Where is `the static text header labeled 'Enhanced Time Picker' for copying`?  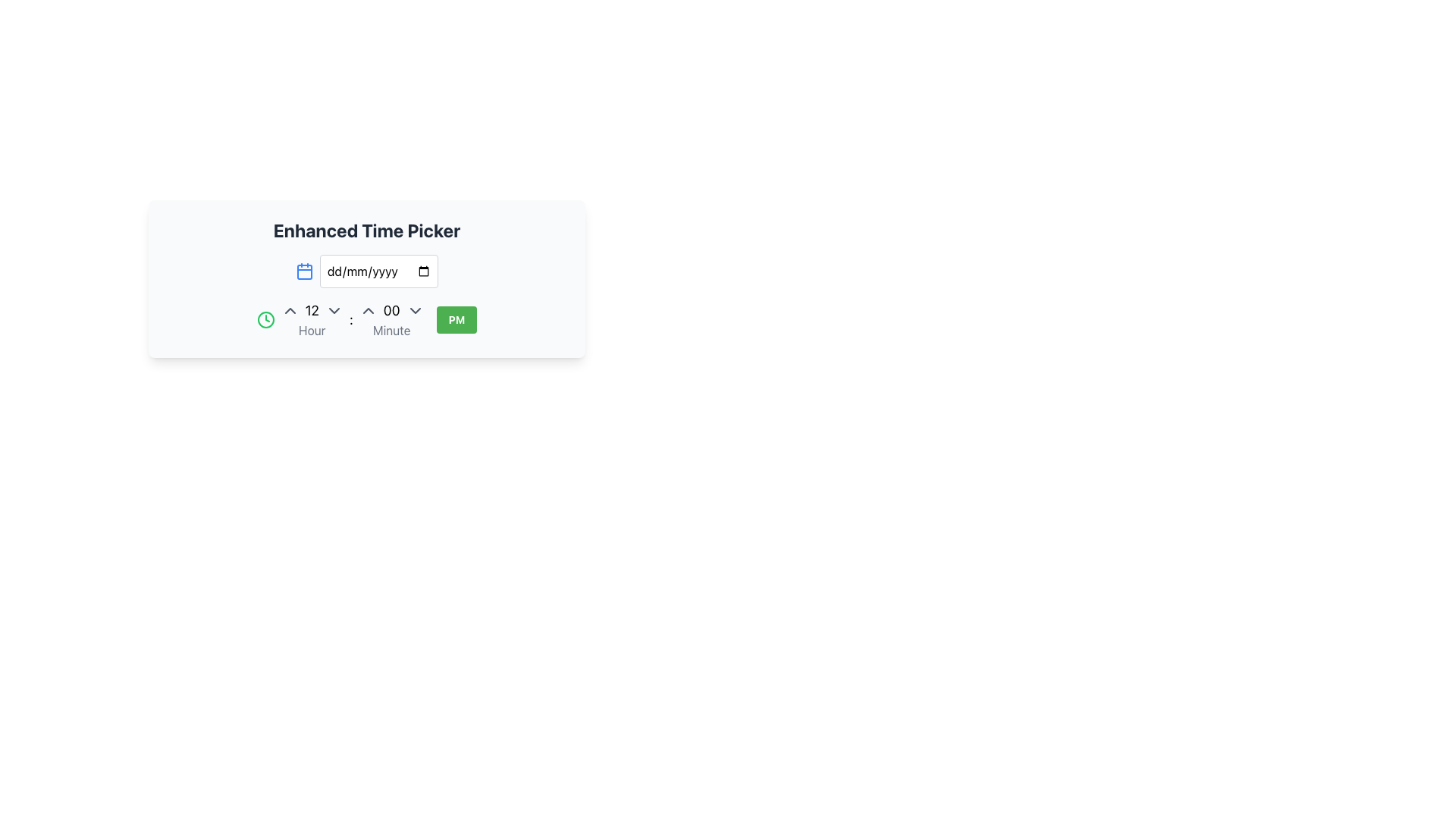 the static text header labeled 'Enhanced Time Picker' for copying is located at coordinates (367, 231).